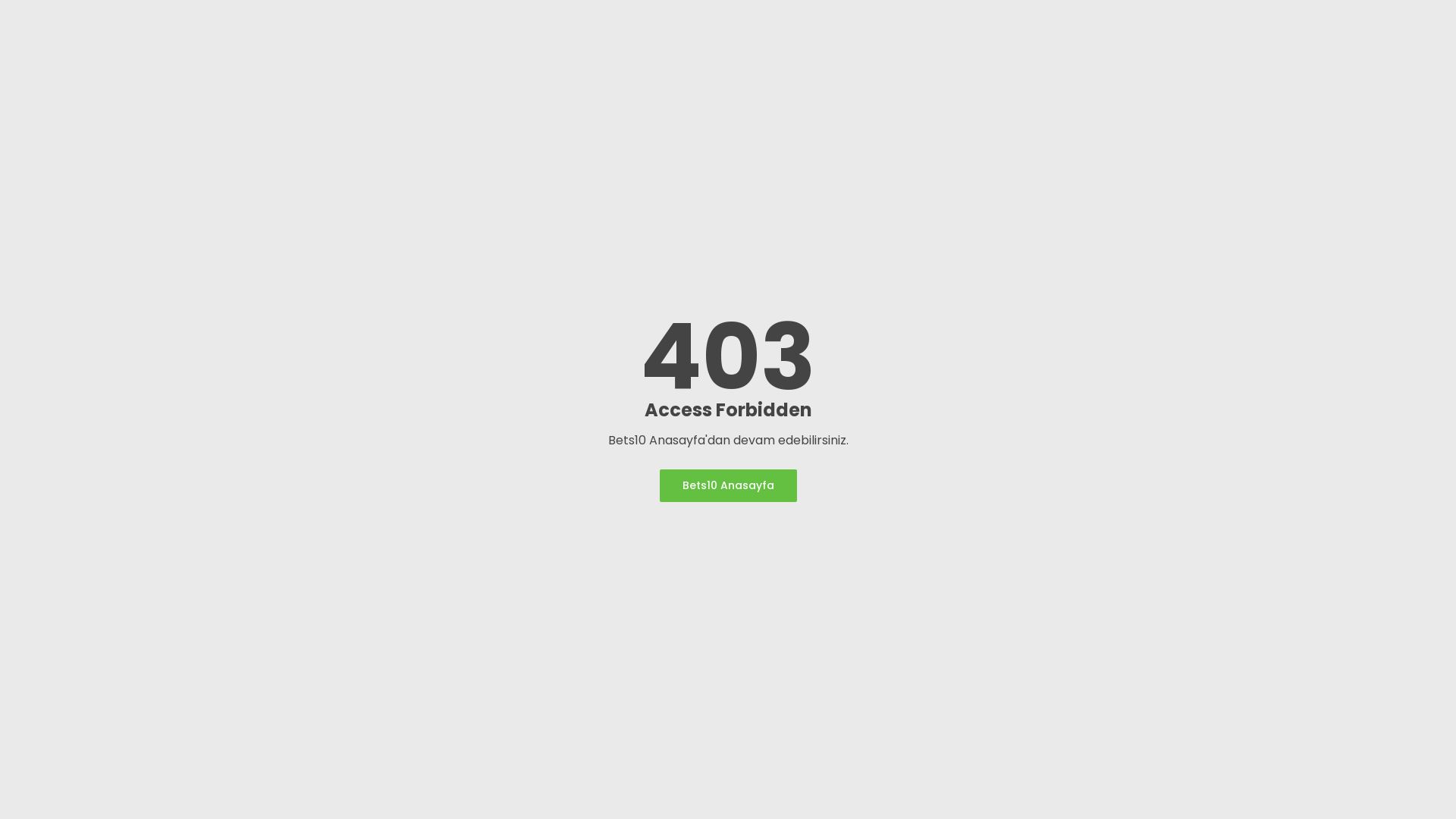  Describe the element at coordinates (728, 485) in the screenshot. I see `'Bets10 Anasayfa'` at that location.